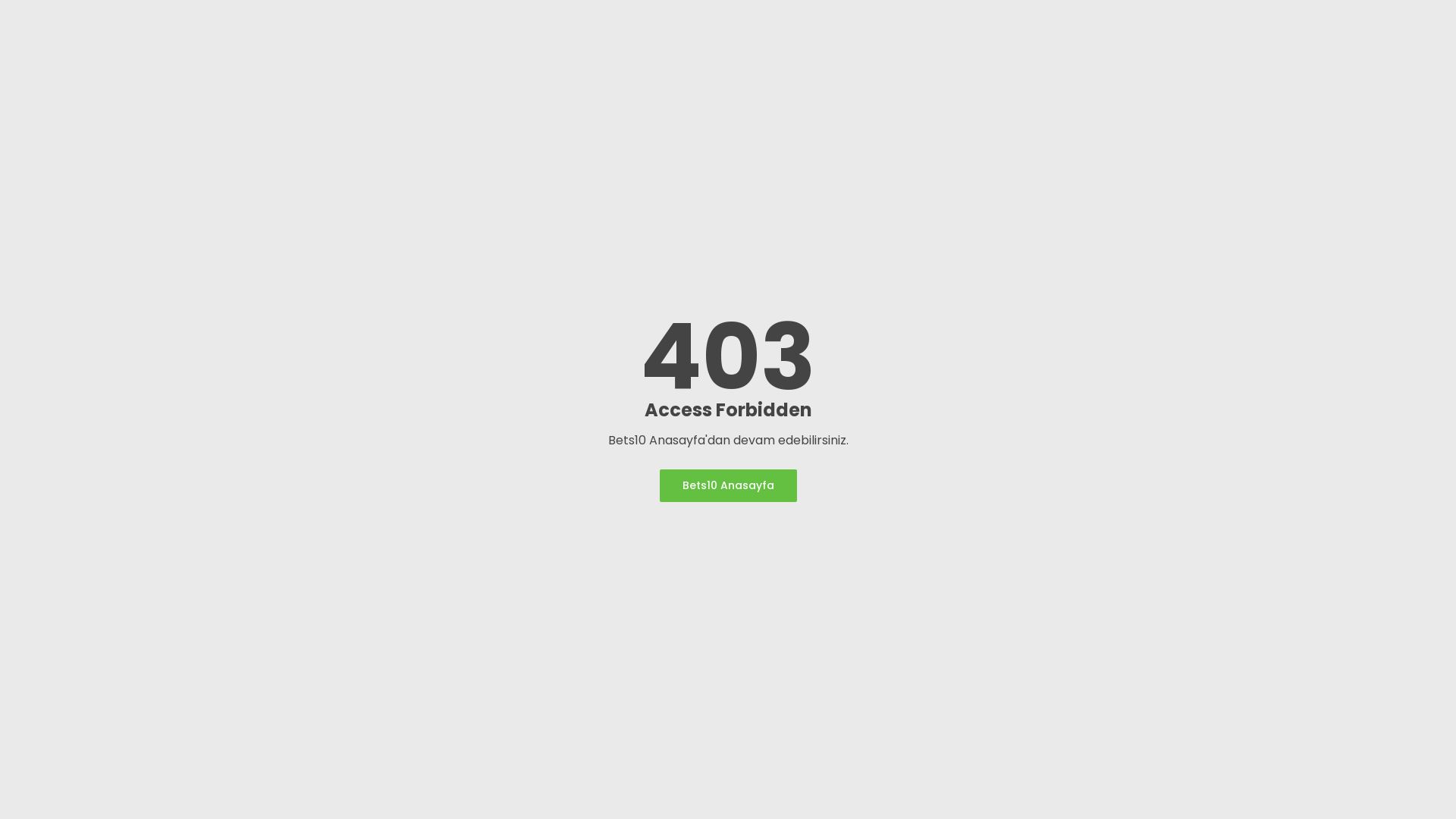  Describe the element at coordinates (728, 485) in the screenshot. I see `'Bets10 Anasayfa'` at that location.